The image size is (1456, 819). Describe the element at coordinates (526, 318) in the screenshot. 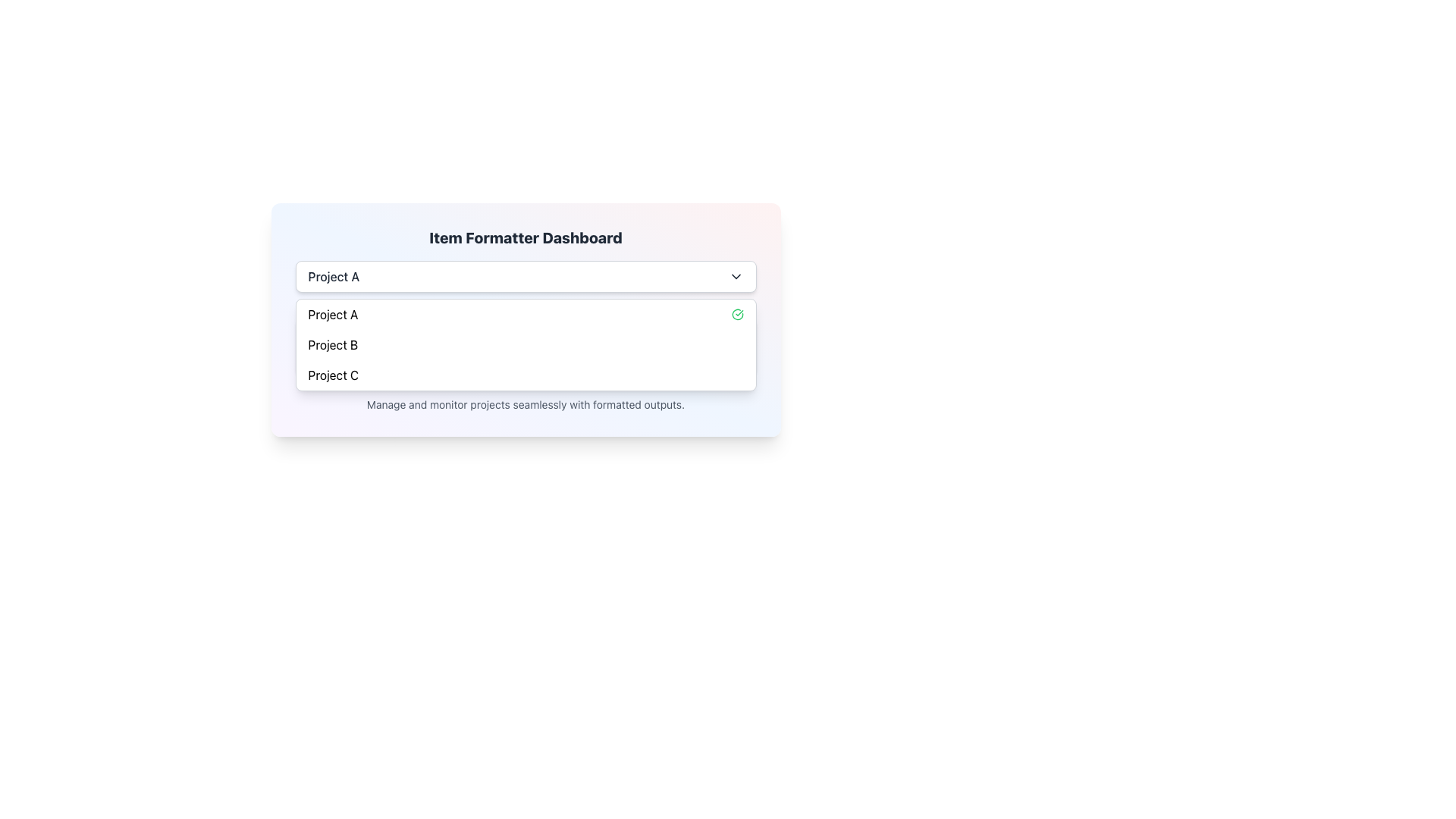

I see `the Dashboard card with dropdown and list, which is centrally located in the application interface` at that location.